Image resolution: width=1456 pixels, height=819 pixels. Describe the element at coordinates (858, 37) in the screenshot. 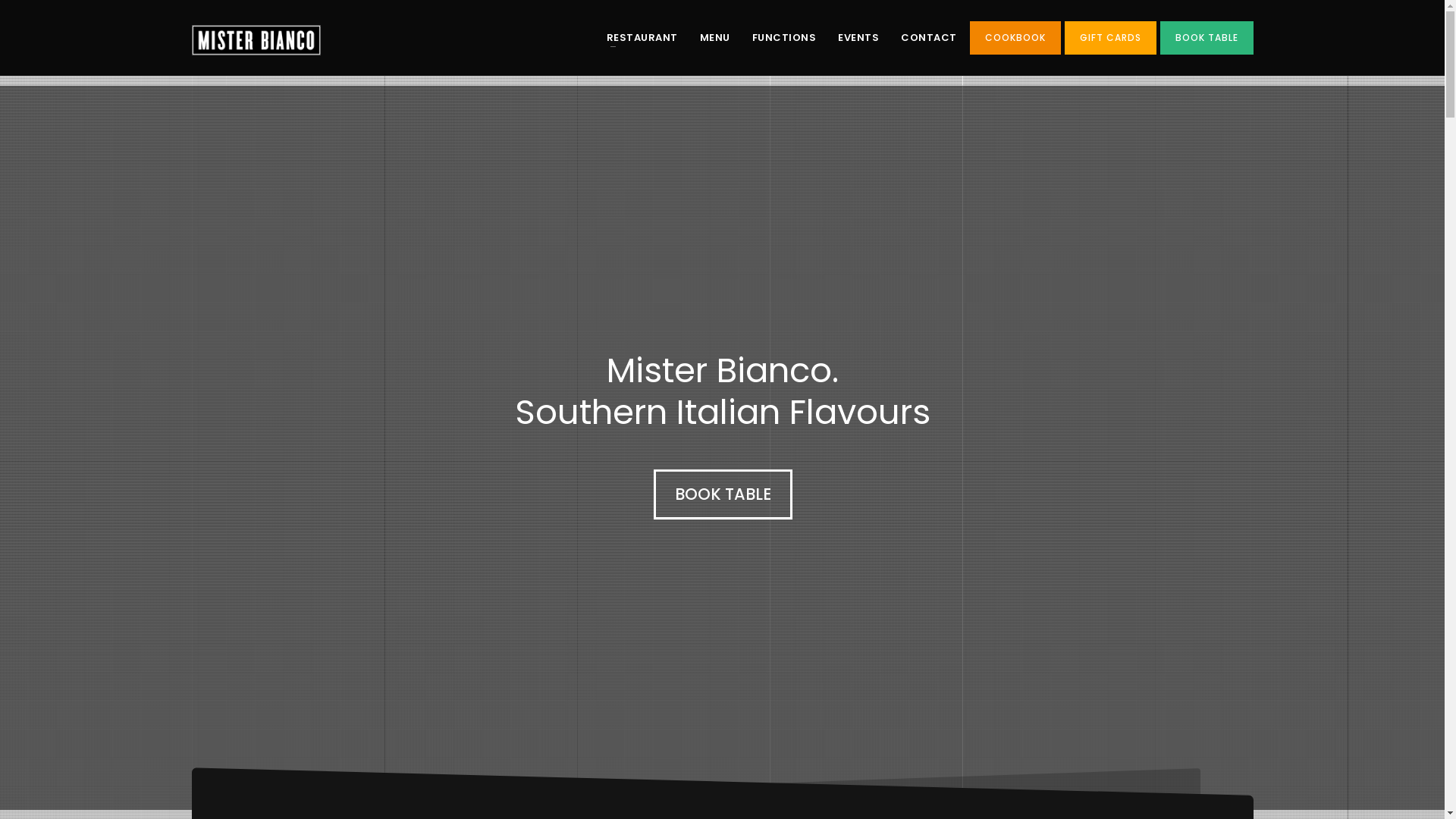

I see `'EVENTS'` at that location.